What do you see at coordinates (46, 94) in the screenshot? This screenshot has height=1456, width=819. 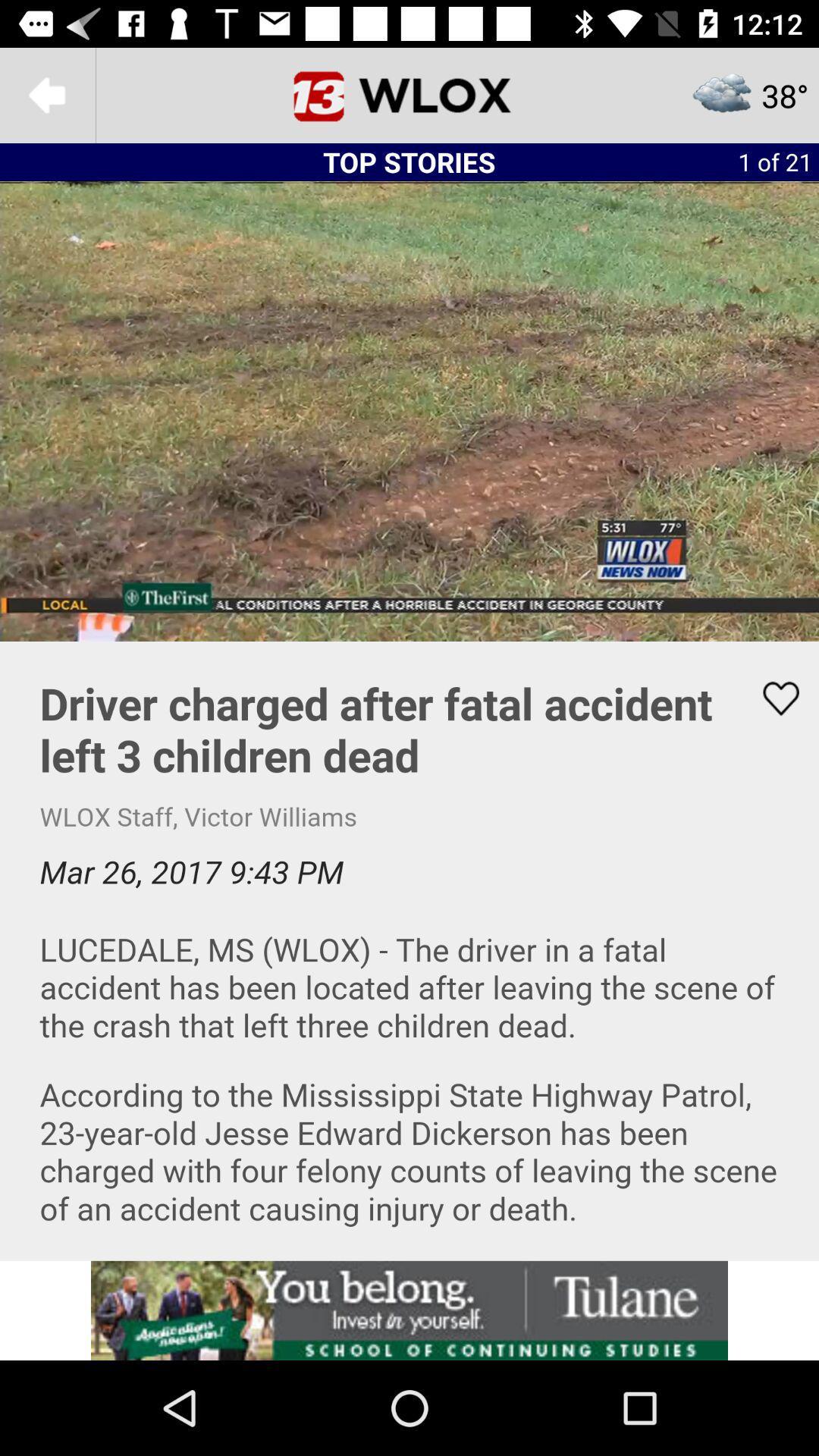 I see `go back` at bounding box center [46, 94].